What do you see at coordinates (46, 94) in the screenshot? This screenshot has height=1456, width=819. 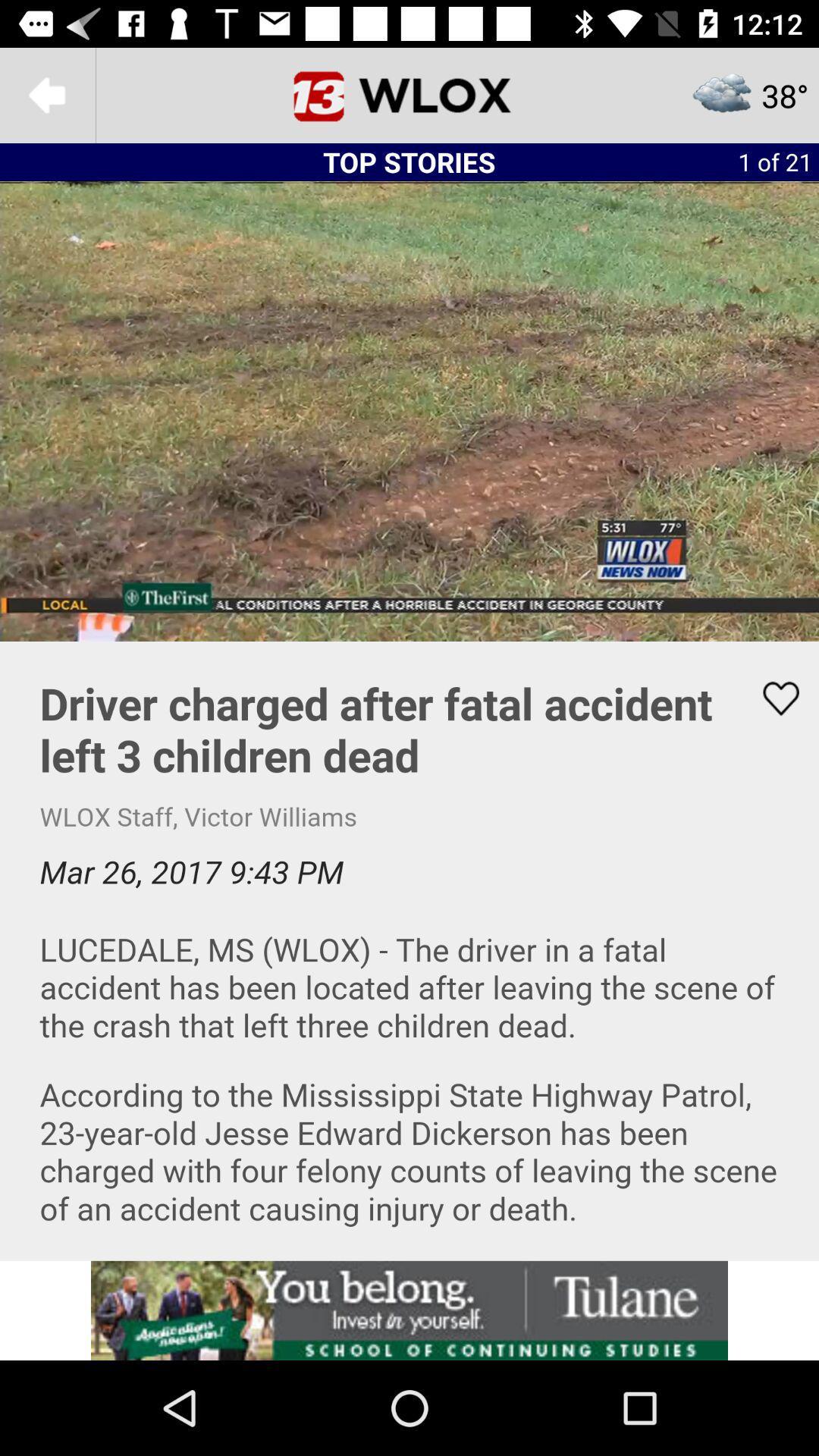 I see `go back` at bounding box center [46, 94].